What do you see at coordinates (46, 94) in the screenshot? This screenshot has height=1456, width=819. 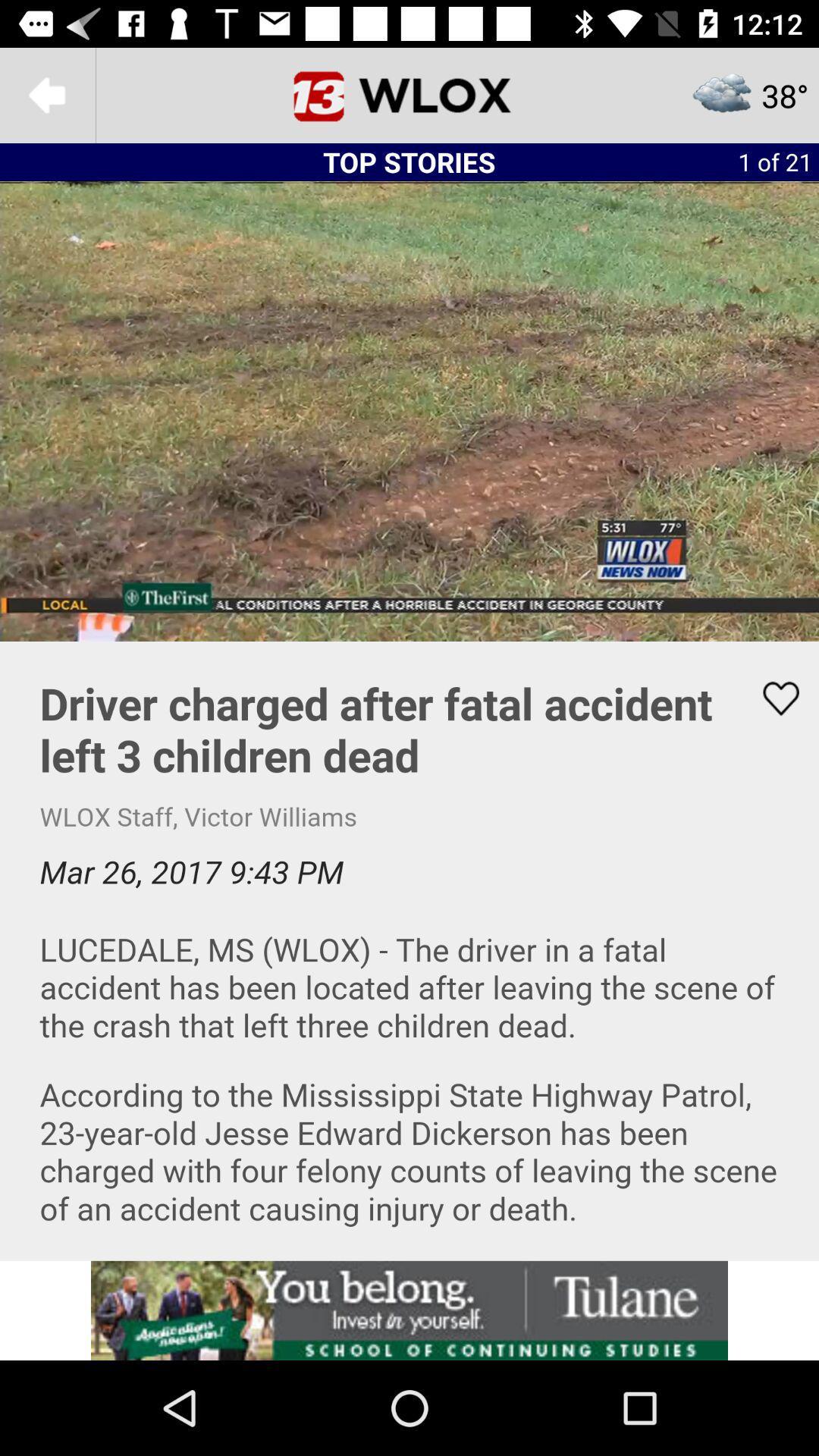 I see `go back` at bounding box center [46, 94].